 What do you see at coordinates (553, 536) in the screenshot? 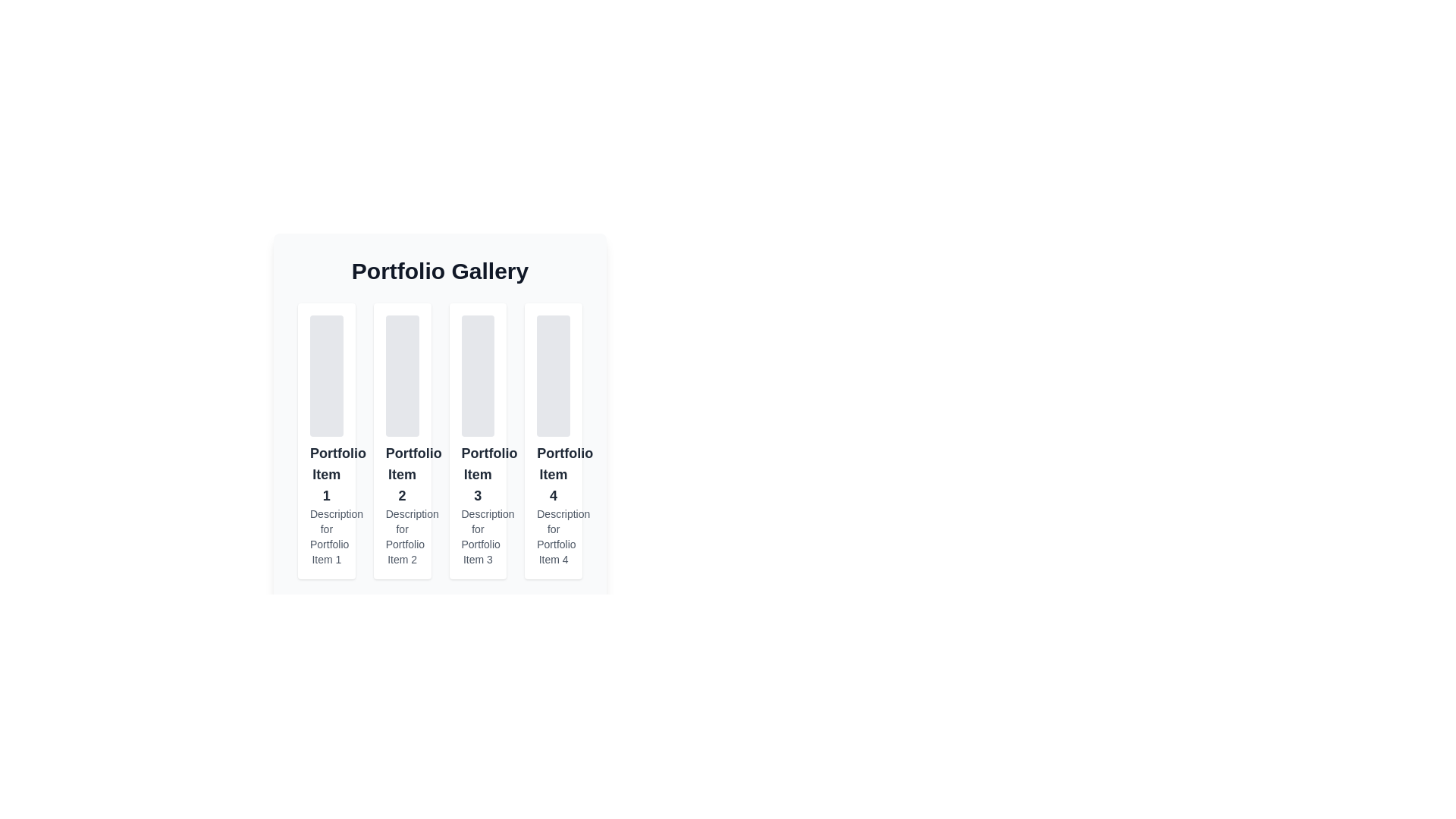
I see `the informative description text for 'Portfolio Item 4', which is located in the fourth column of the 'Portfolio Gallery' layout, below the heading` at bounding box center [553, 536].